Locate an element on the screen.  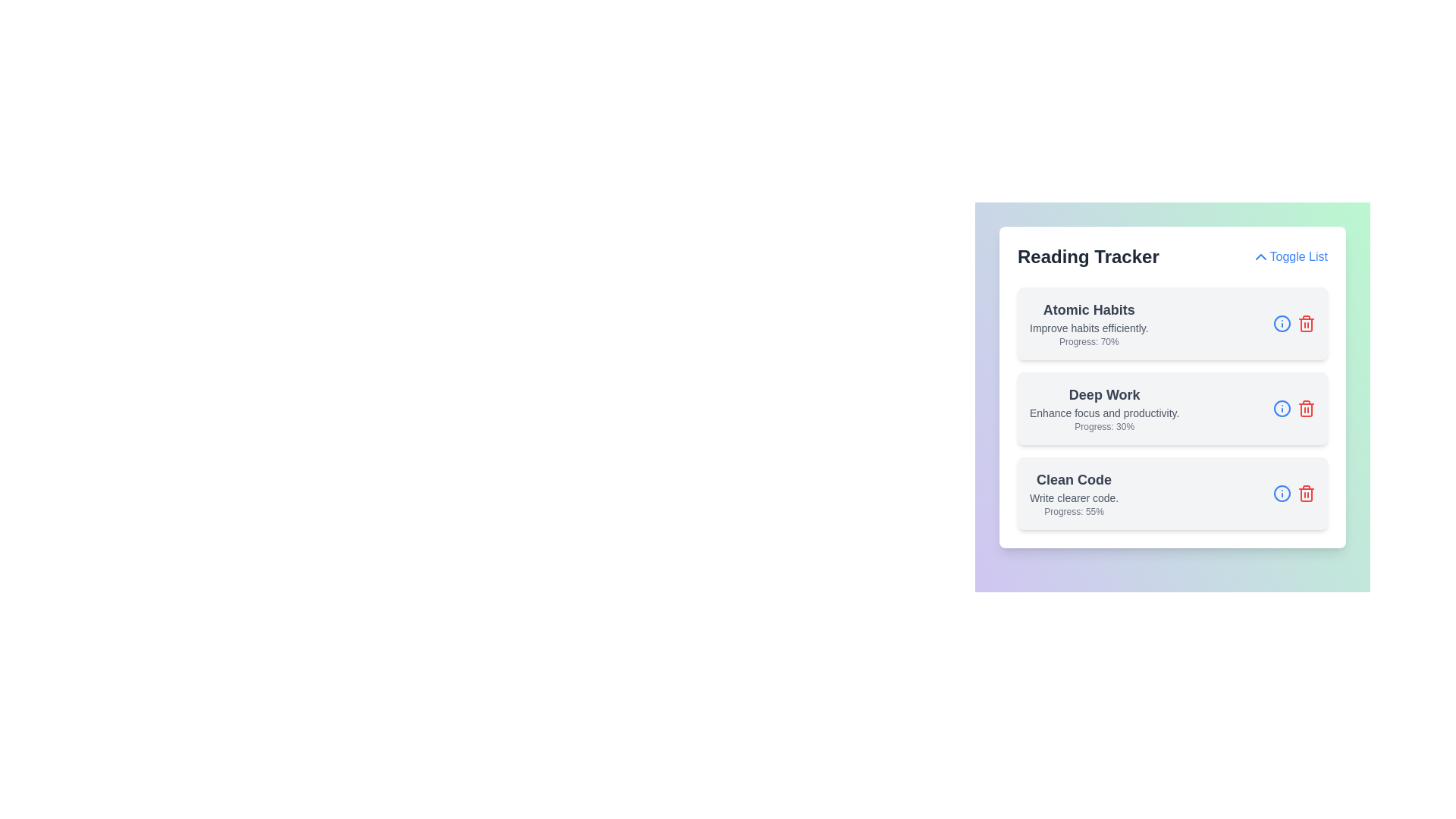
the delete button located on the far right side of the first task in the 'Reading Tracker' section is located at coordinates (1306, 323).